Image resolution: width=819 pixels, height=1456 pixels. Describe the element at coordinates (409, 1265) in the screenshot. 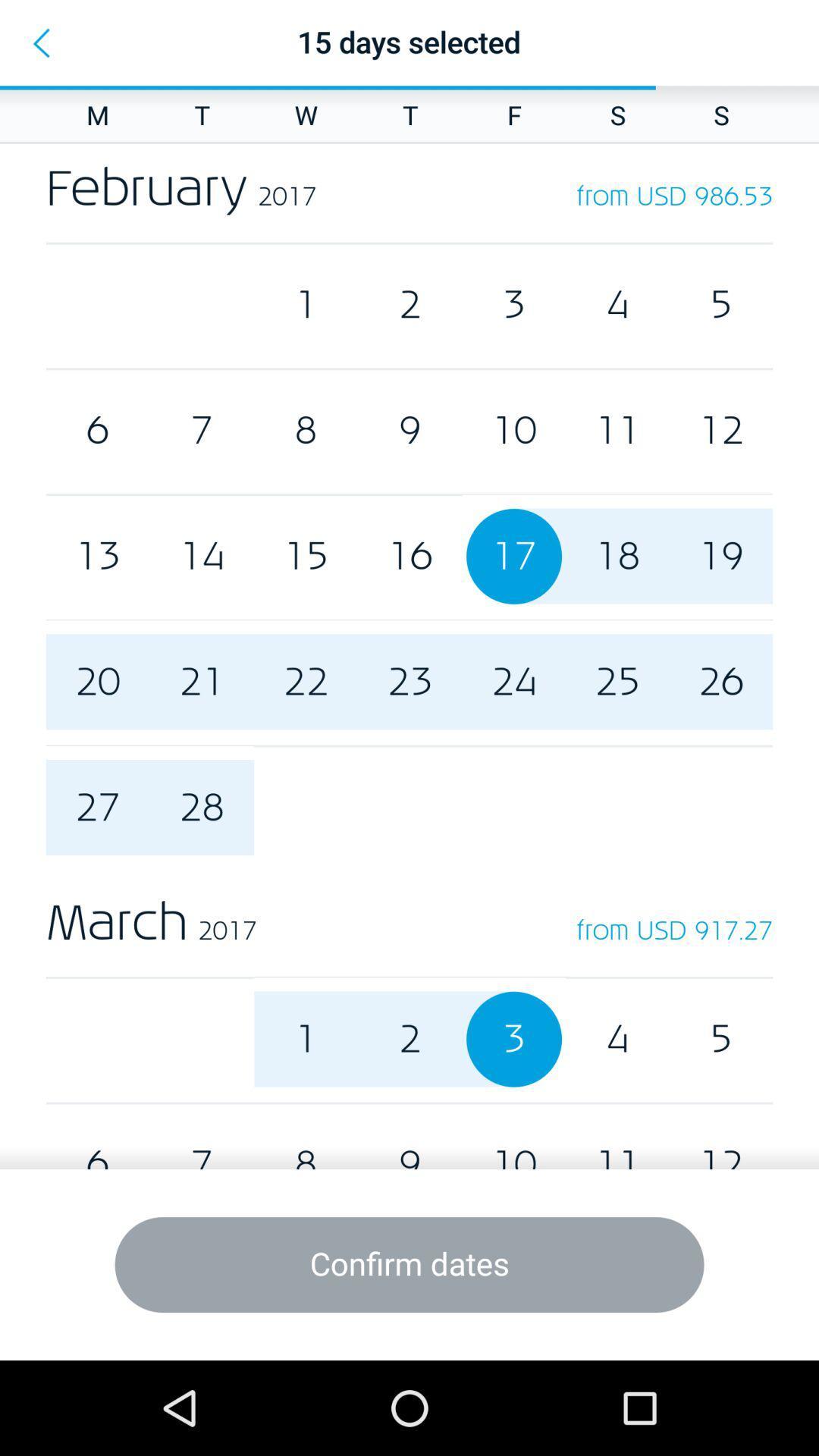

I see `the icon below the 6 item` at that location.